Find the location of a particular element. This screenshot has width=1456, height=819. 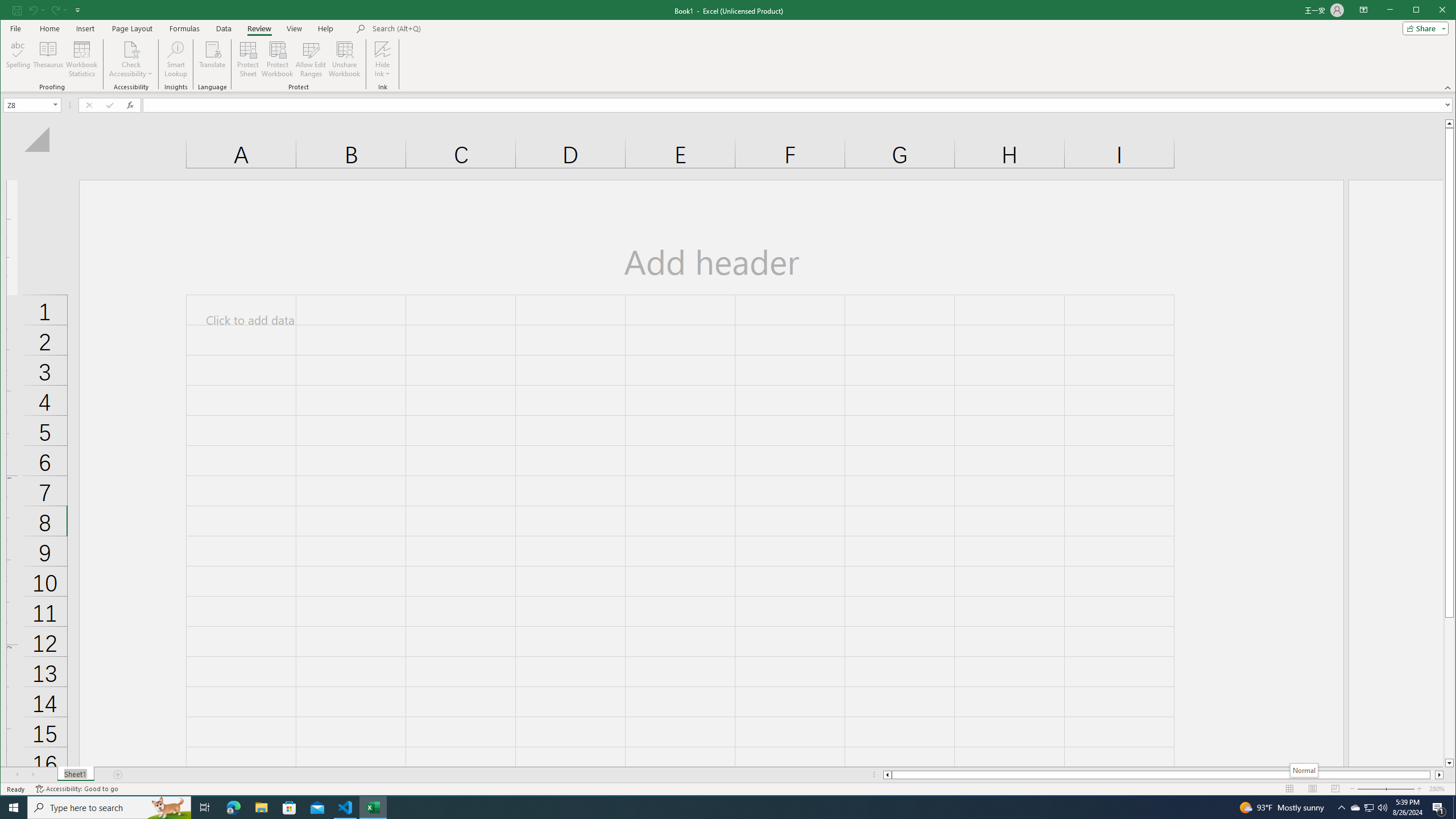

'Normal' is located at coordinates (1289, 788).